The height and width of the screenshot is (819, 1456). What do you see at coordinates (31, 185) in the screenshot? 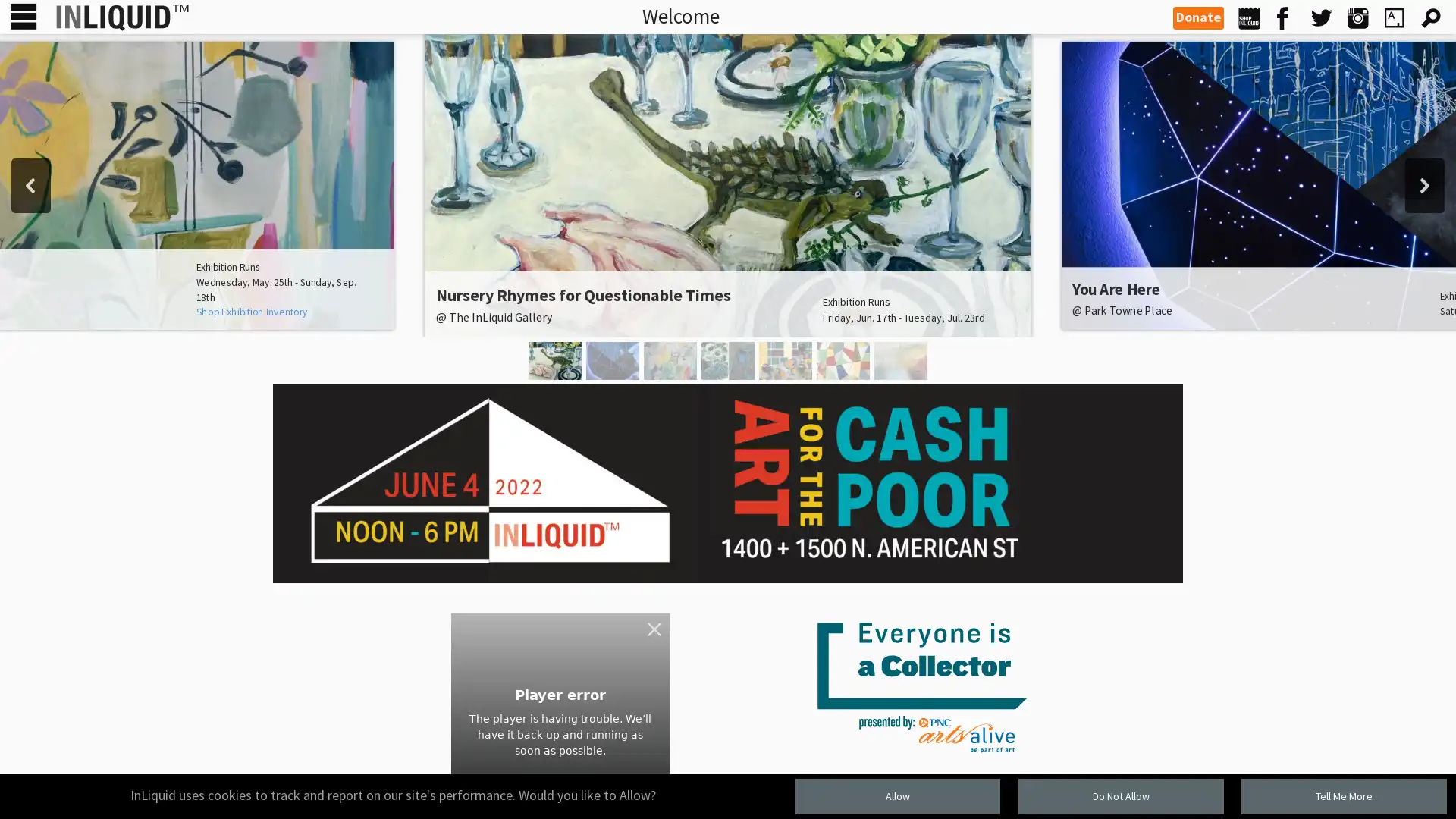
I see `previous arrow` at bounding box center [31, 185].